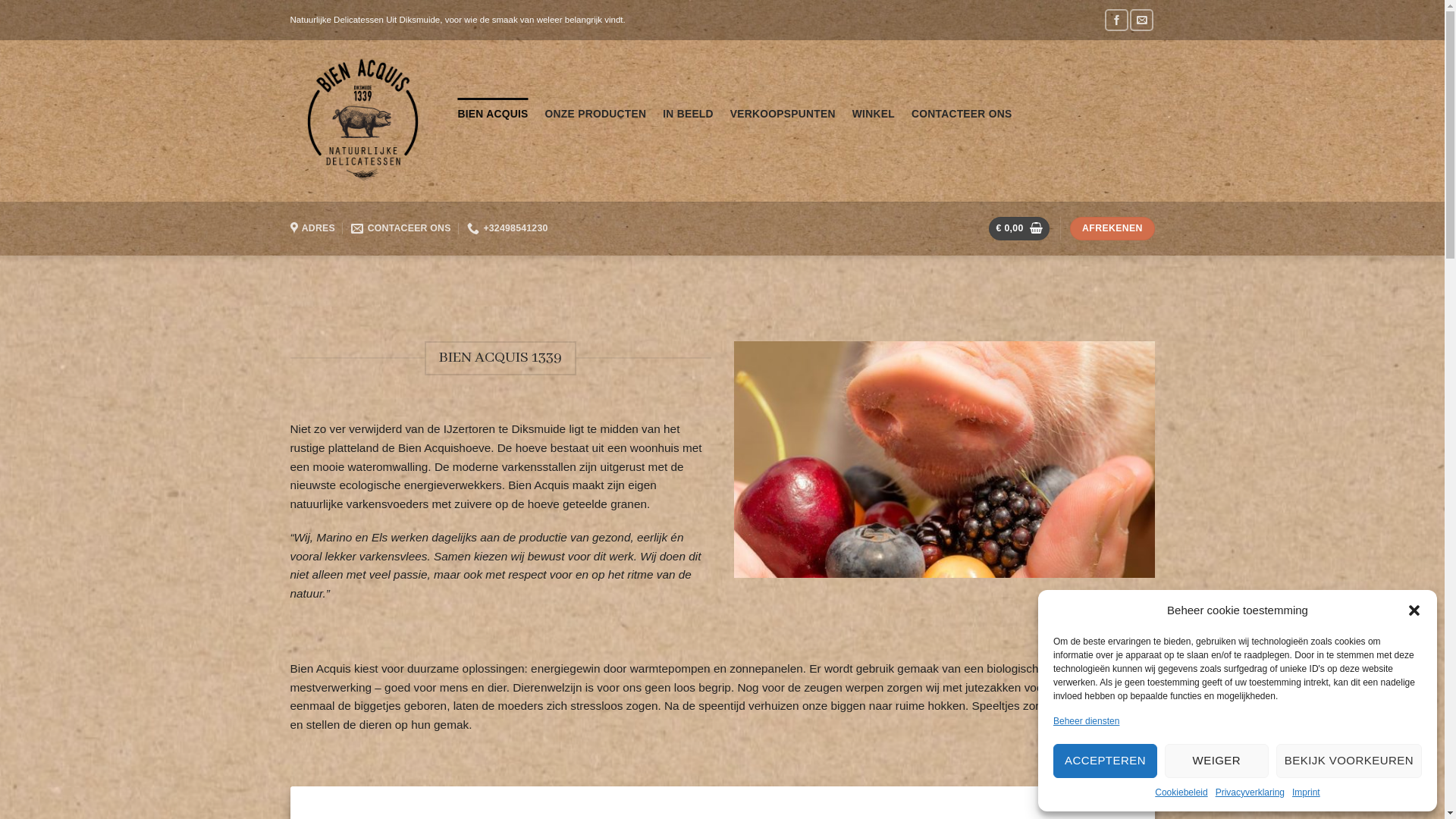  What do you see at coordinates (595, 113) in the screenshot?
I see `'ONZE PRODUCTEN'` at bounding box center [595, 113].